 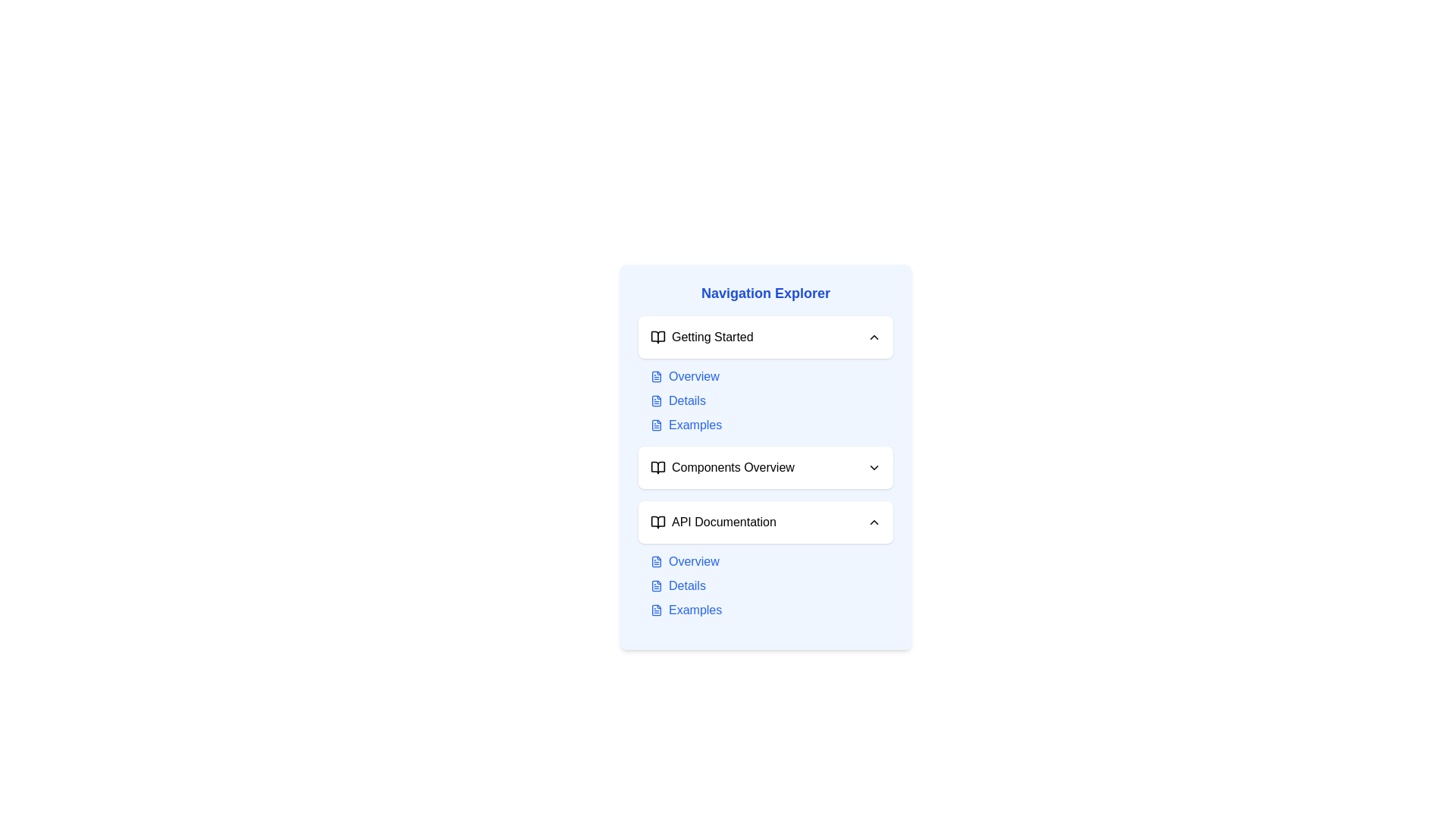 What do you see at coordinates (771, 561) in the screenshot?
I see `the 'Overview' navigational link located under the 'API Documentation' section` at bounding box center [771, 561].